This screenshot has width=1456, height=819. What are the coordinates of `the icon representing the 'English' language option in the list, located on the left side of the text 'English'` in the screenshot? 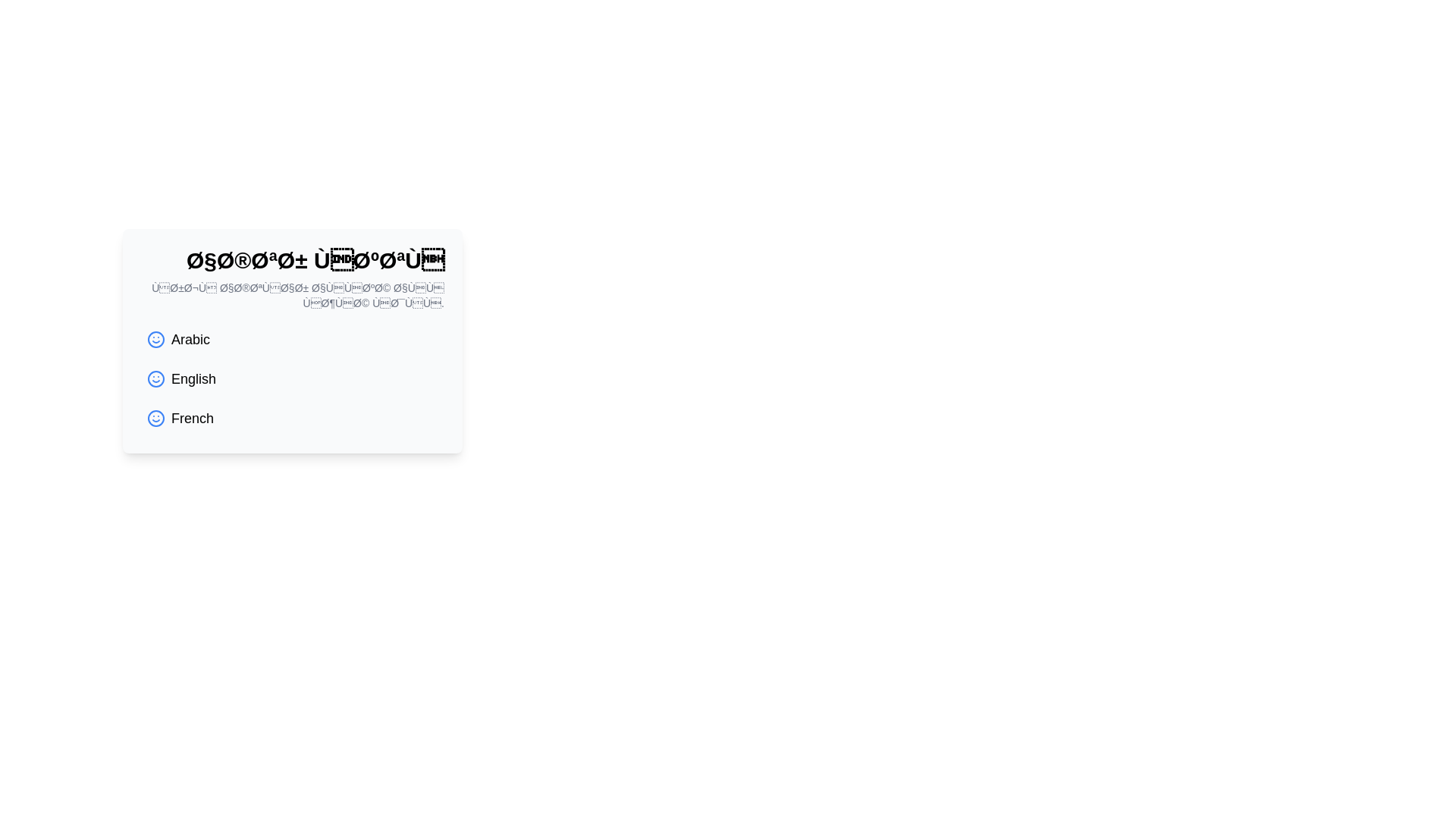 It's located at (156, 378).